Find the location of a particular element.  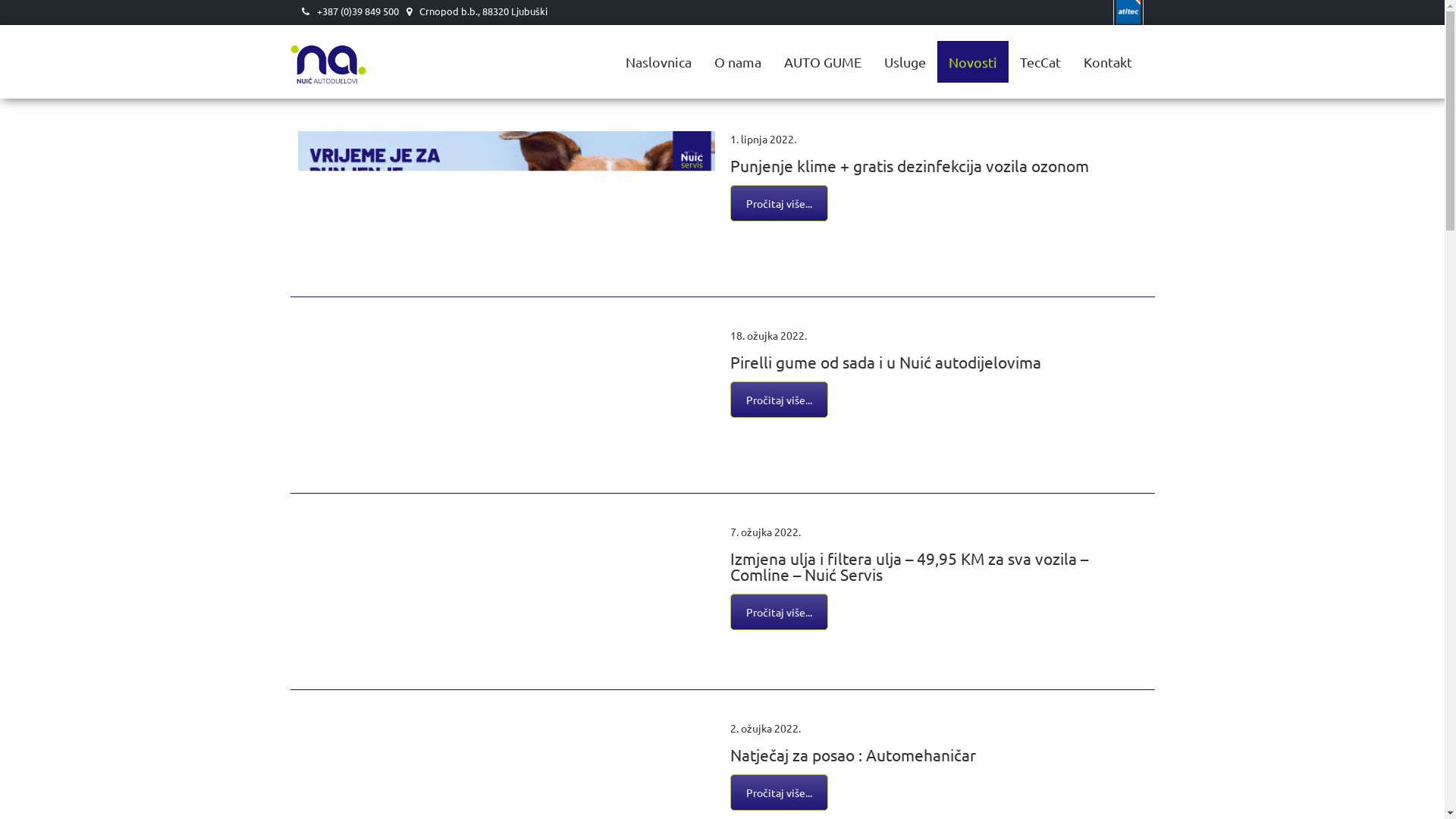

'AUTO GUME' is located at coordinates (821, 61).